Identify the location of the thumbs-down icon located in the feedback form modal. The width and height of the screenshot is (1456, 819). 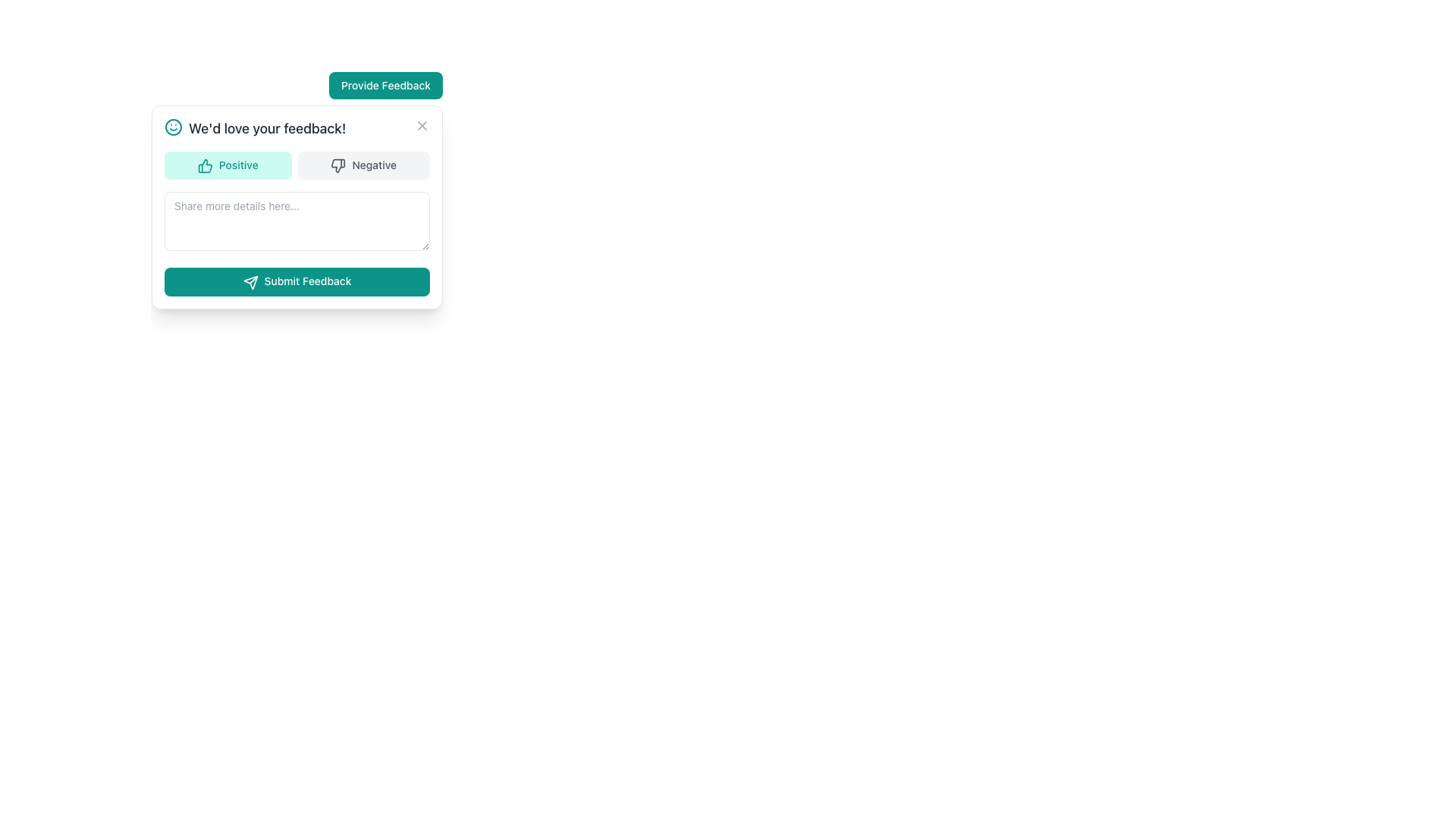
(337, 166).